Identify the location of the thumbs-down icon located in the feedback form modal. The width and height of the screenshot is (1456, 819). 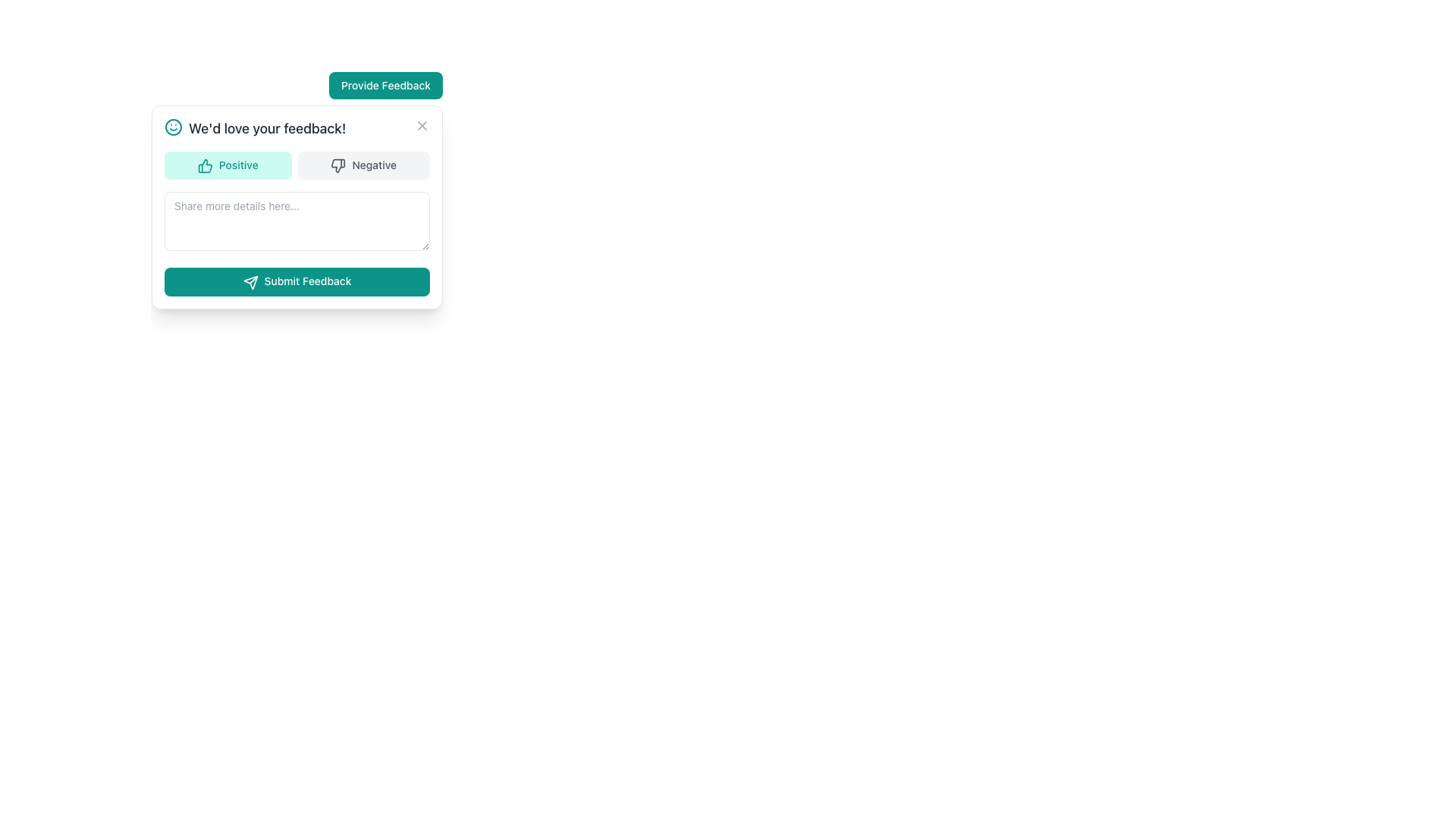
(337, 166).